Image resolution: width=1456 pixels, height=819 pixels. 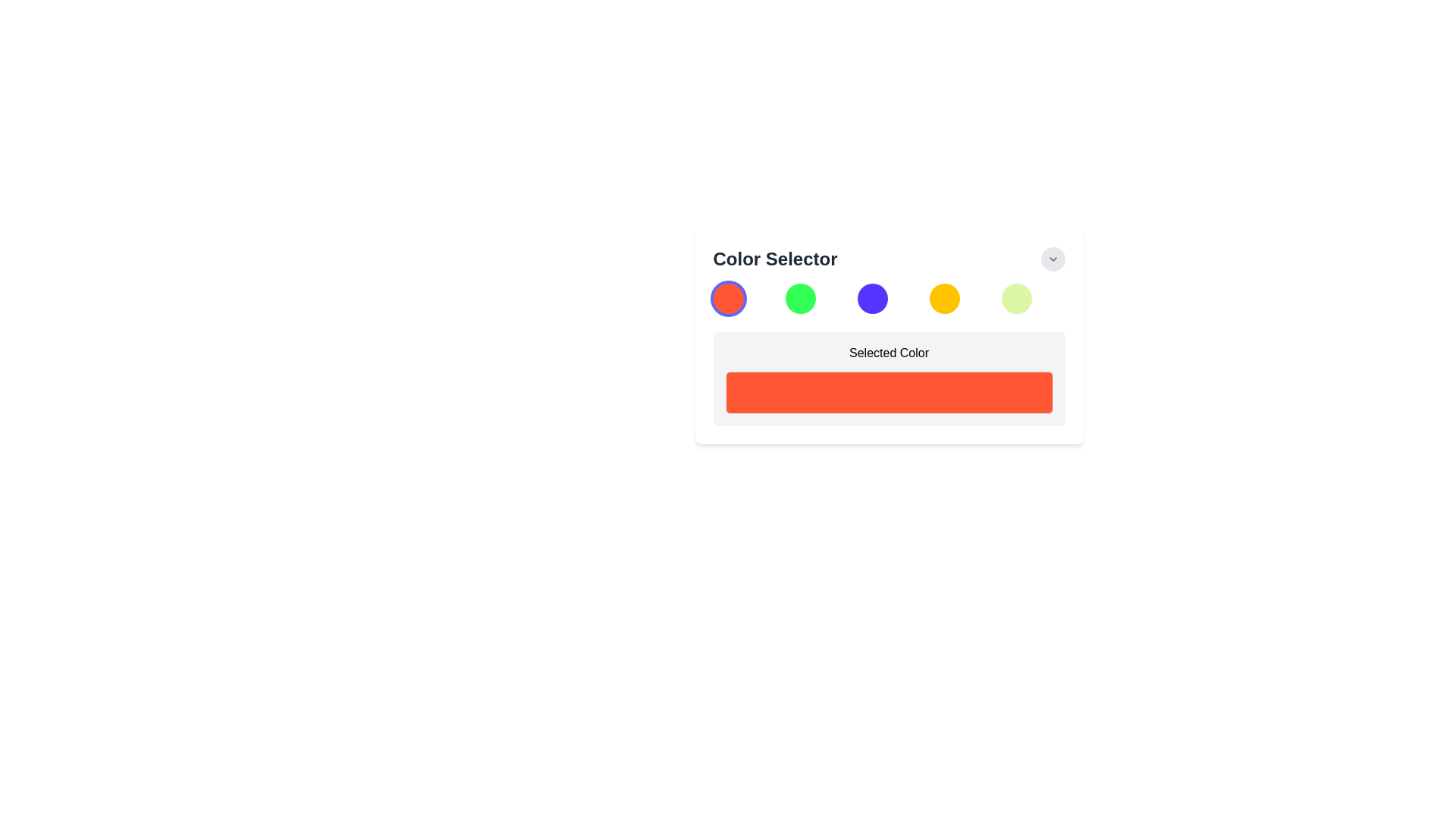 What do you see at coordinates (799, 298) in the screenshot?
I see `the second circular button with a green background in the row of five icons located near the top of the 'Color Selector' card` at bounding box center [799, 298].